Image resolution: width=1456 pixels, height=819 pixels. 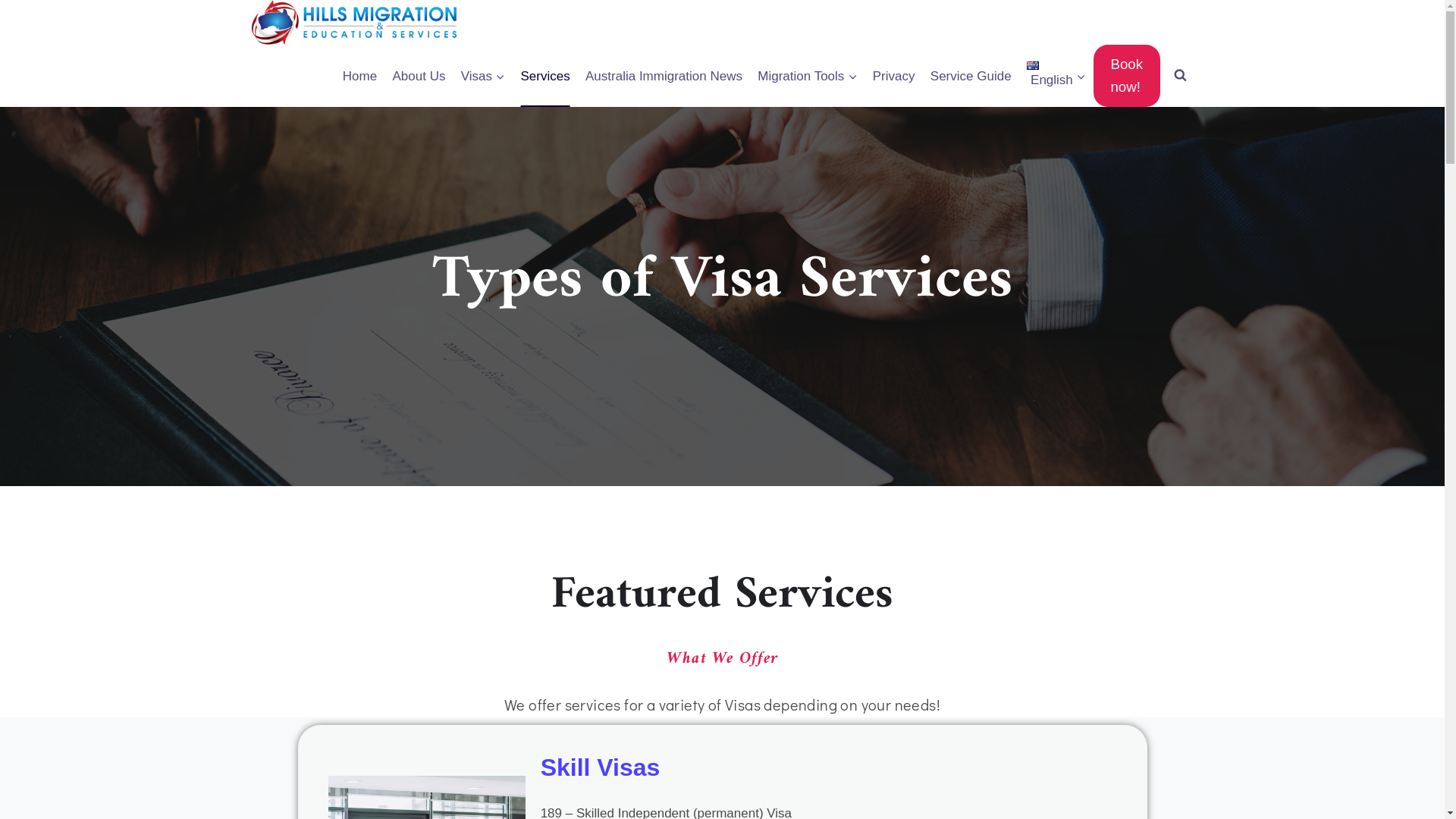 I want to click on 'Home', so click(x=359, y=76).